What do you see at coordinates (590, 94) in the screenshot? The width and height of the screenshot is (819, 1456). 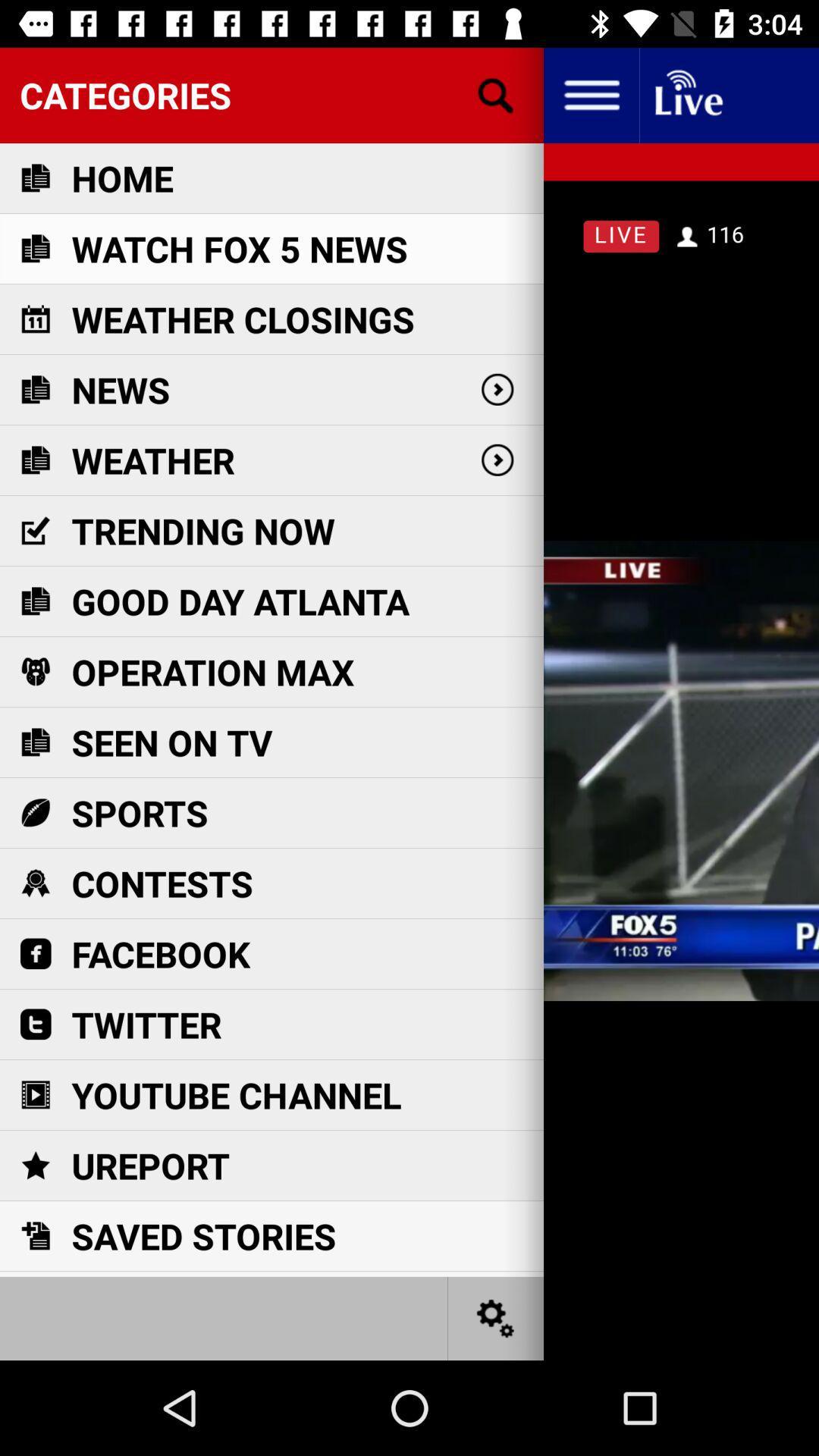 I see `settings icon` at bounding box center [590, 94].